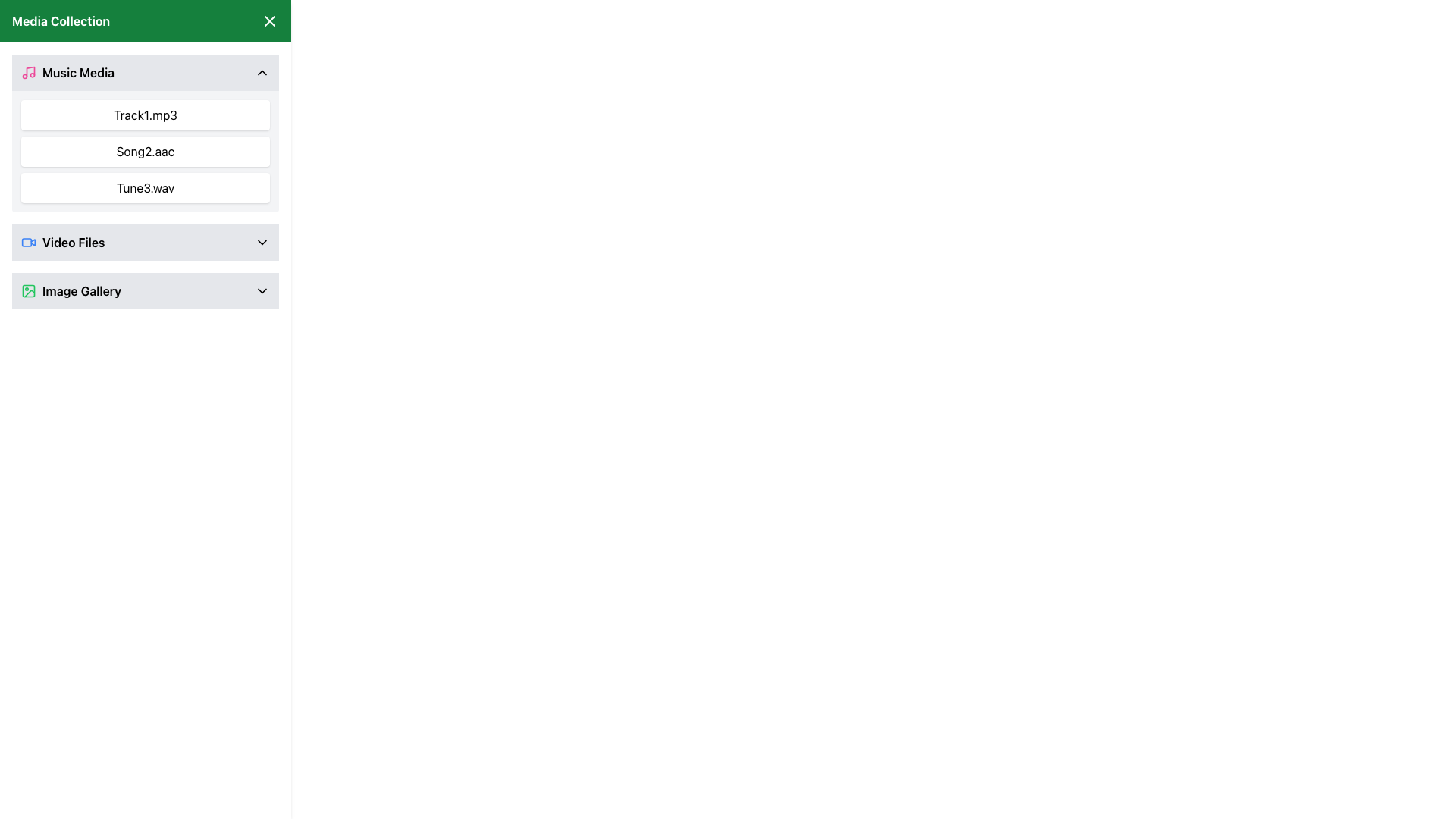 Image resolution: width=1456 pixels, height=819 pixels. Describe the element at coordinates (62, 242) in the screenshot. I see `the 'Video Files' button which includes a blue video camera icon and bold text` at that location.